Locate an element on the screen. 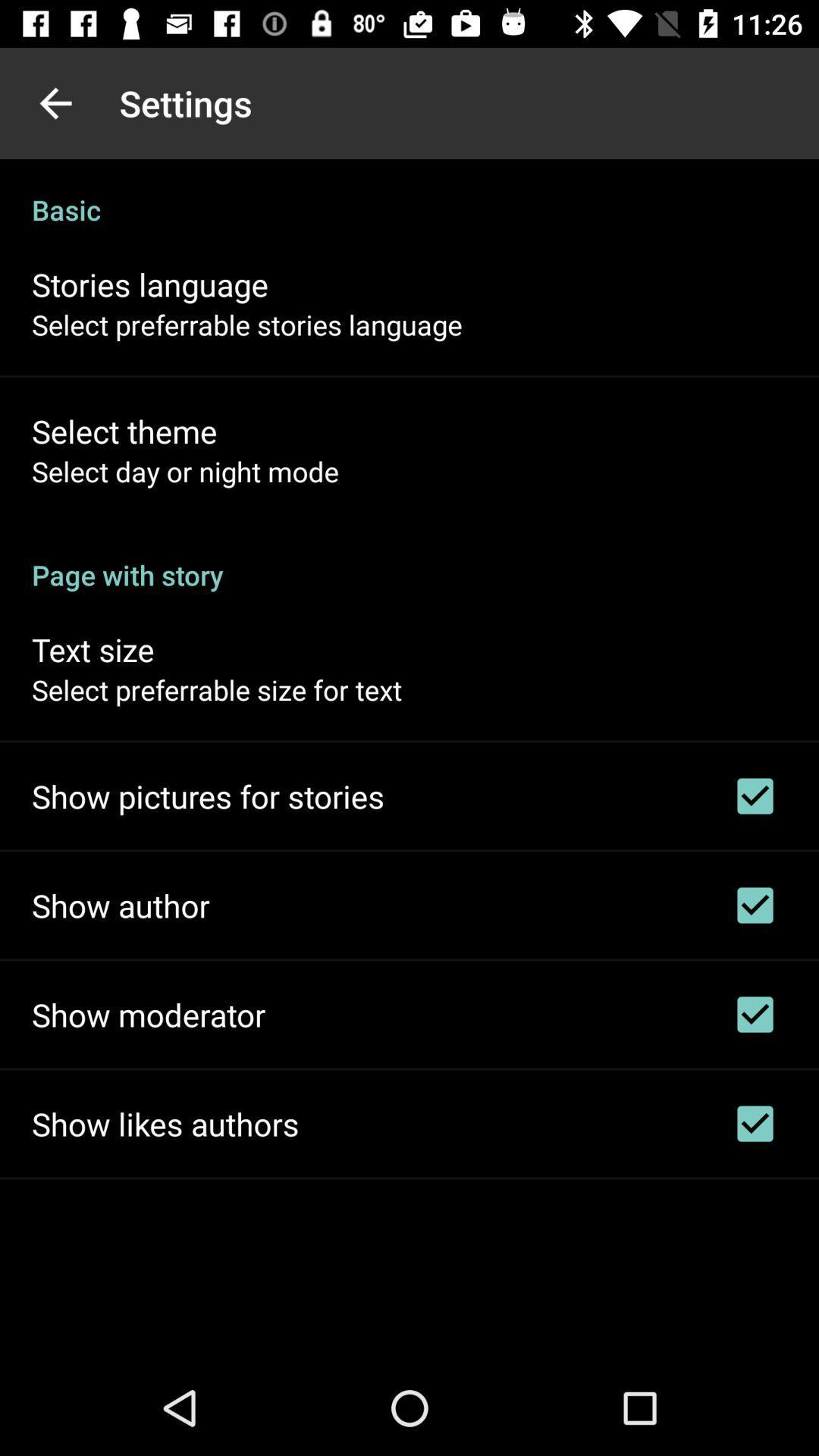 This screenshot has width=819, height=1456. the item above the show author is located at coordinates (208, 795).